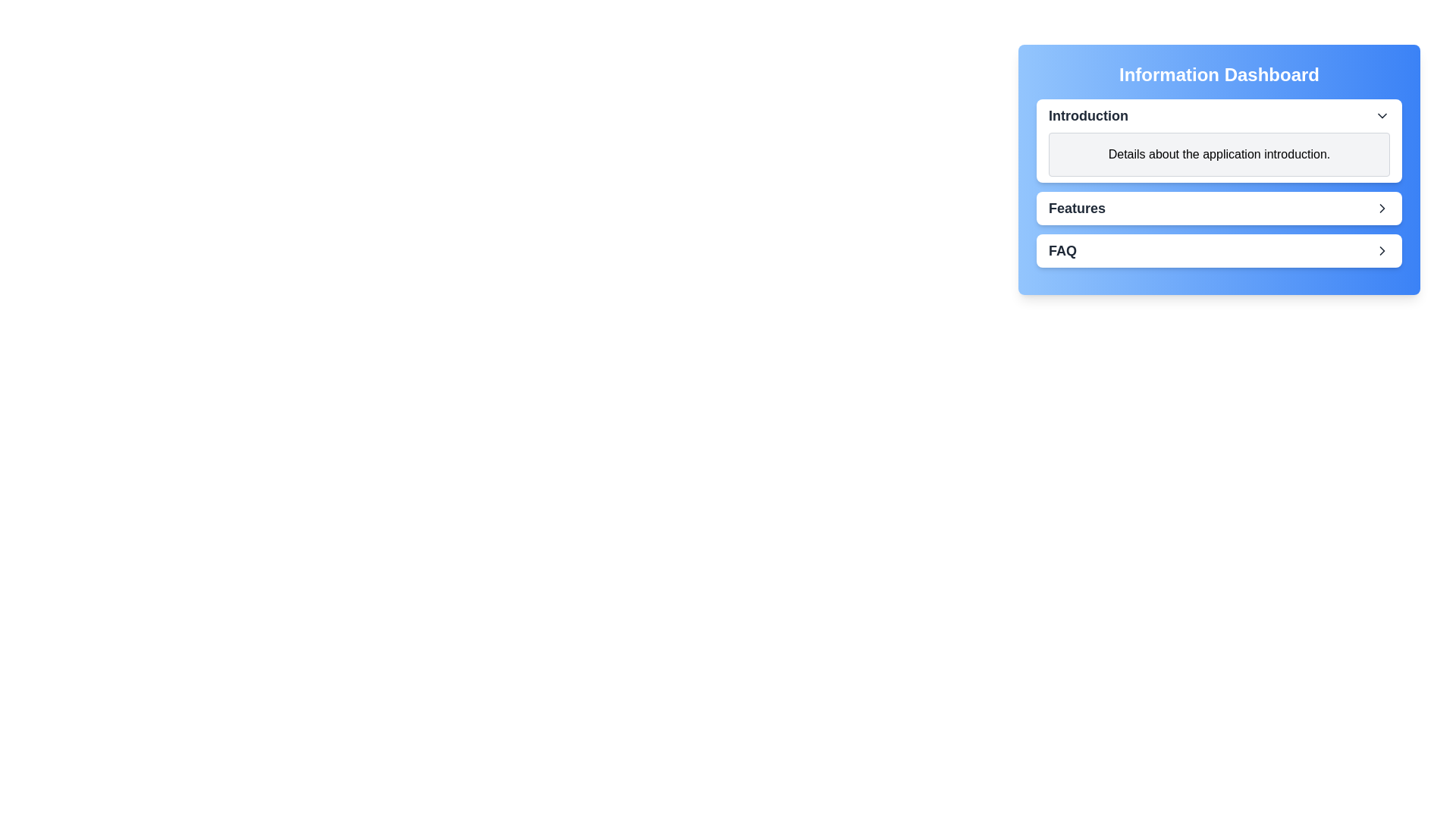 This screenshot has height=819, width=1456. I want to click on the chevron icon in the 'Features' menu, so click(1382, 208).